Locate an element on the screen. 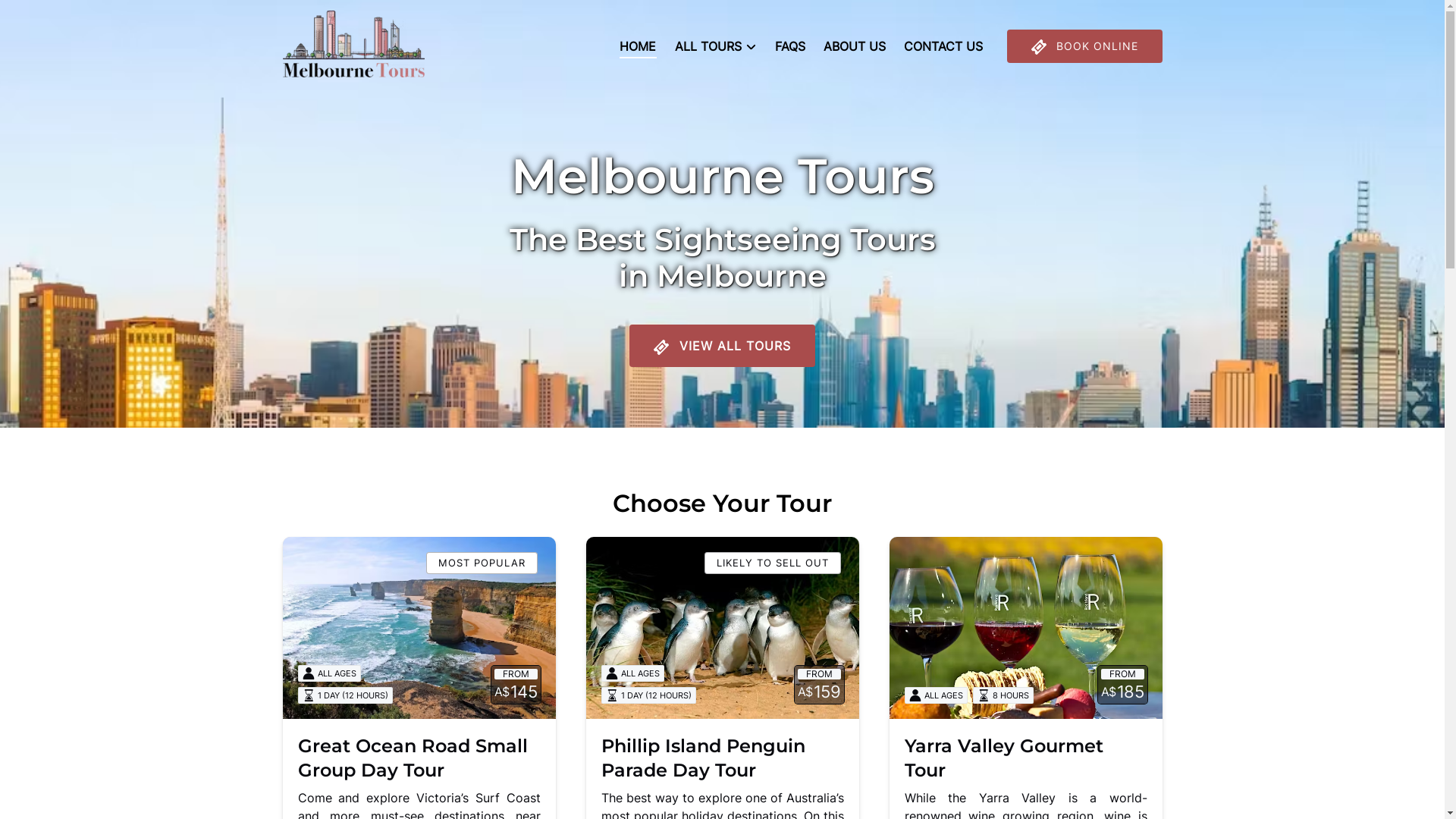  'Yarra Valley Gourmet Tour' is located at coordinates (1003, 758).